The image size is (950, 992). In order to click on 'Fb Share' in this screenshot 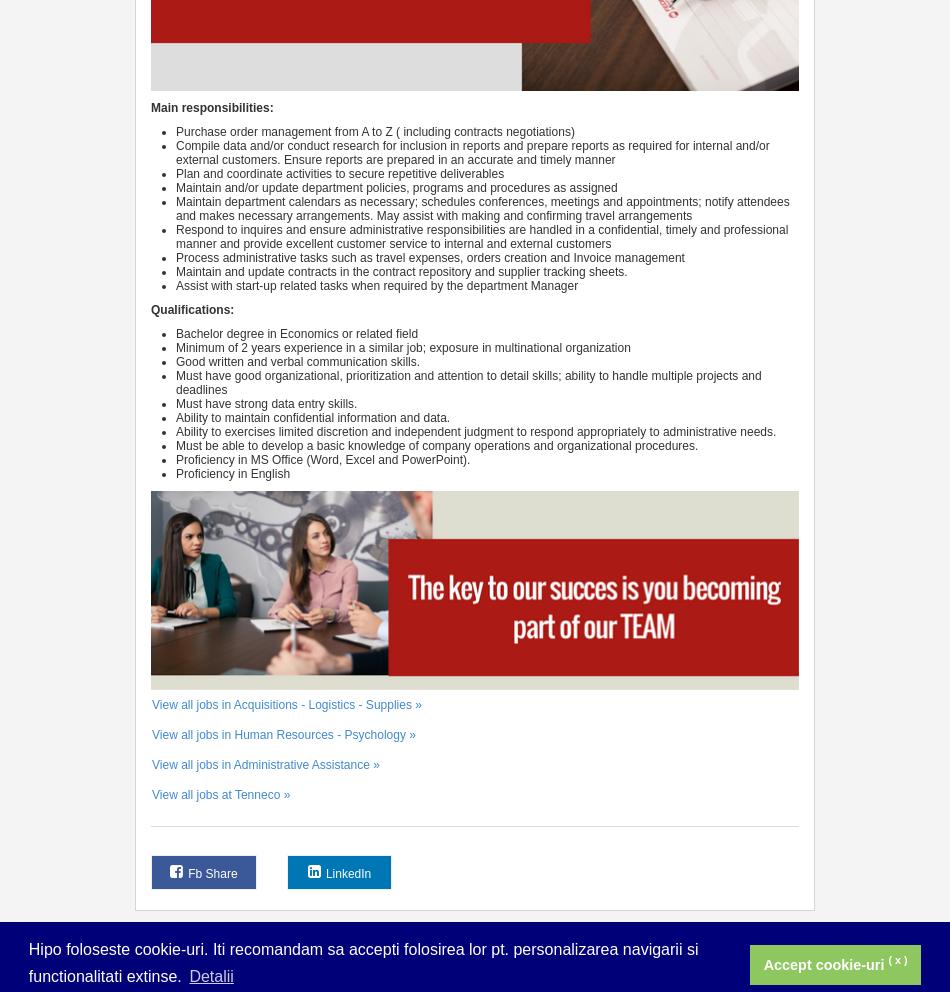, I will do `click(212, 873)`.